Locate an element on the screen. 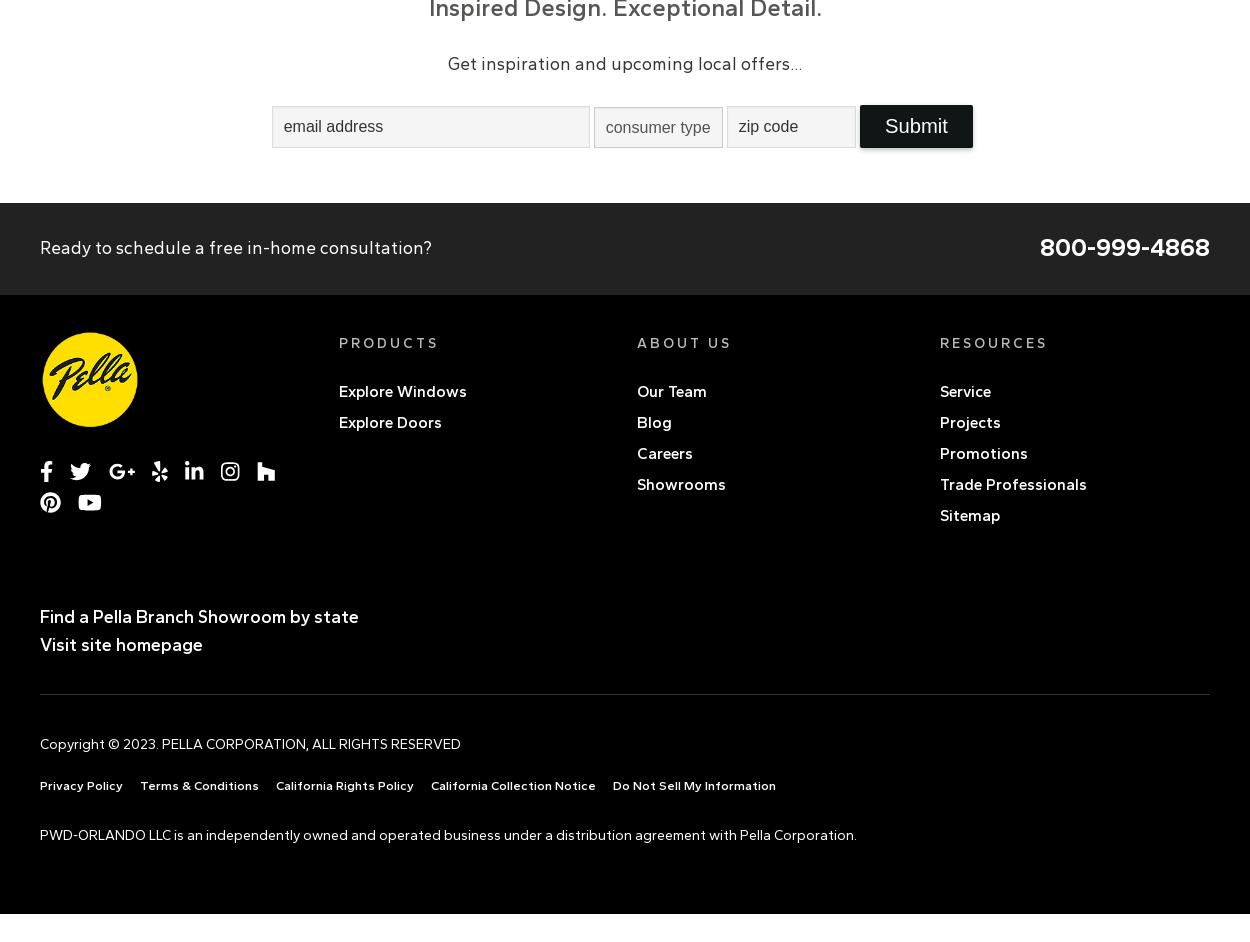 The height and width of the screenshot is (942, 1250). 'About Us' is located at coordinates (684, 342).